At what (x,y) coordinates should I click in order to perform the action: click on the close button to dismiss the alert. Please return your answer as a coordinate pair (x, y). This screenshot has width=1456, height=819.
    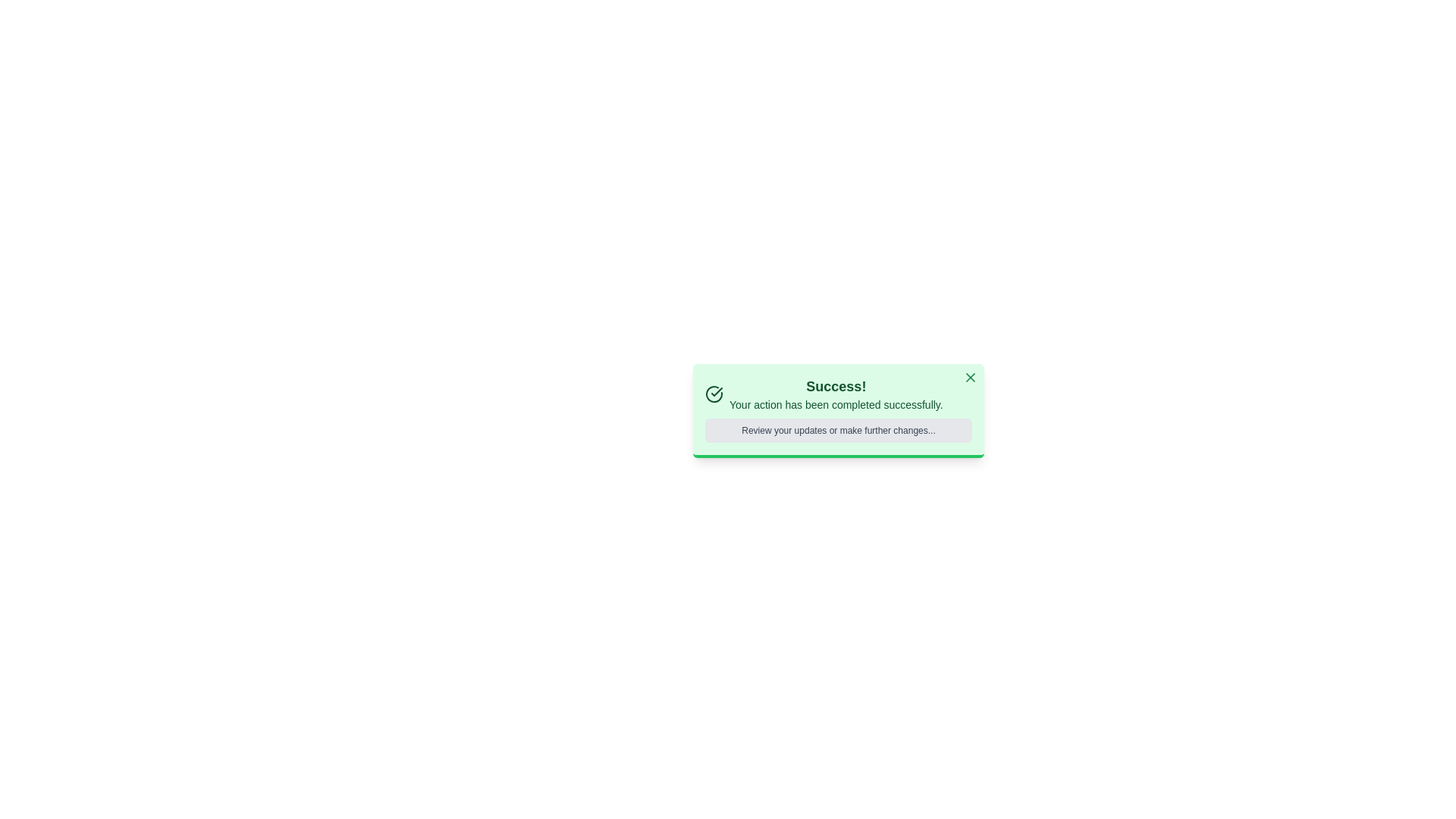
    Looking at the image, I should click on (971, 376).